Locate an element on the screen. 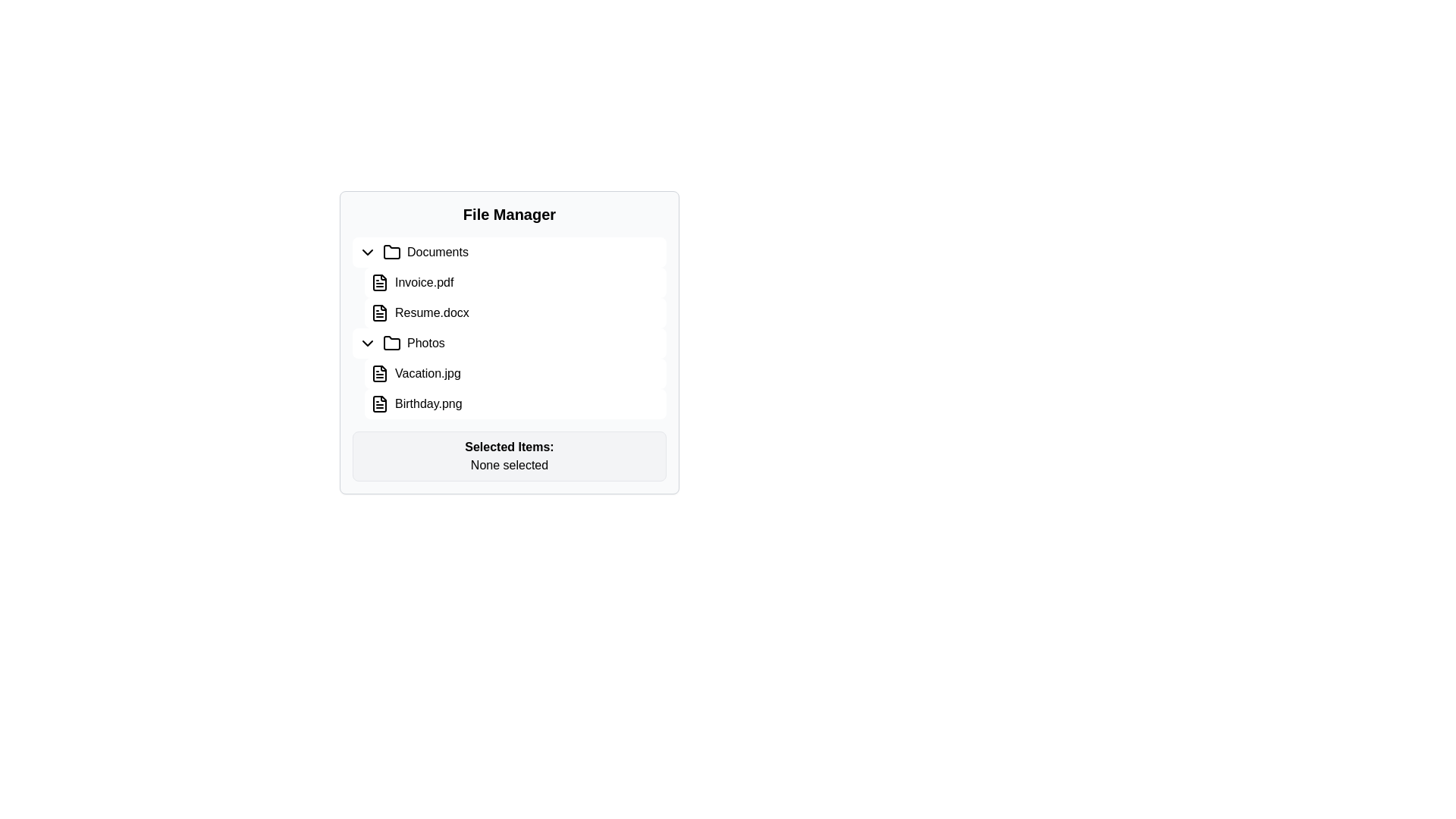  the text label displaying 'Resume.docx' is located at coordinates (431, 312).